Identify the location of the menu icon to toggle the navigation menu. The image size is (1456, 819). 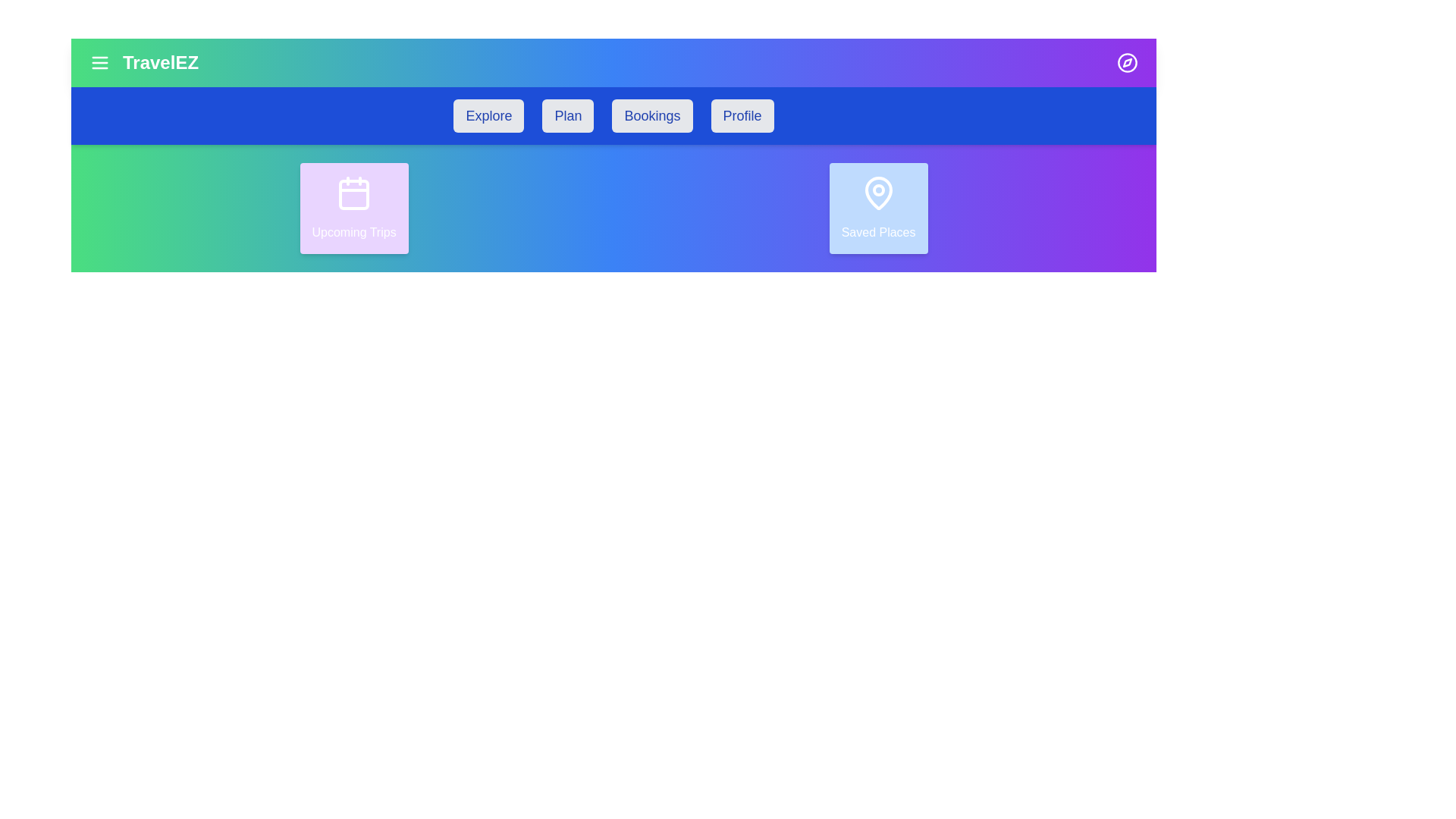
(99, 62).